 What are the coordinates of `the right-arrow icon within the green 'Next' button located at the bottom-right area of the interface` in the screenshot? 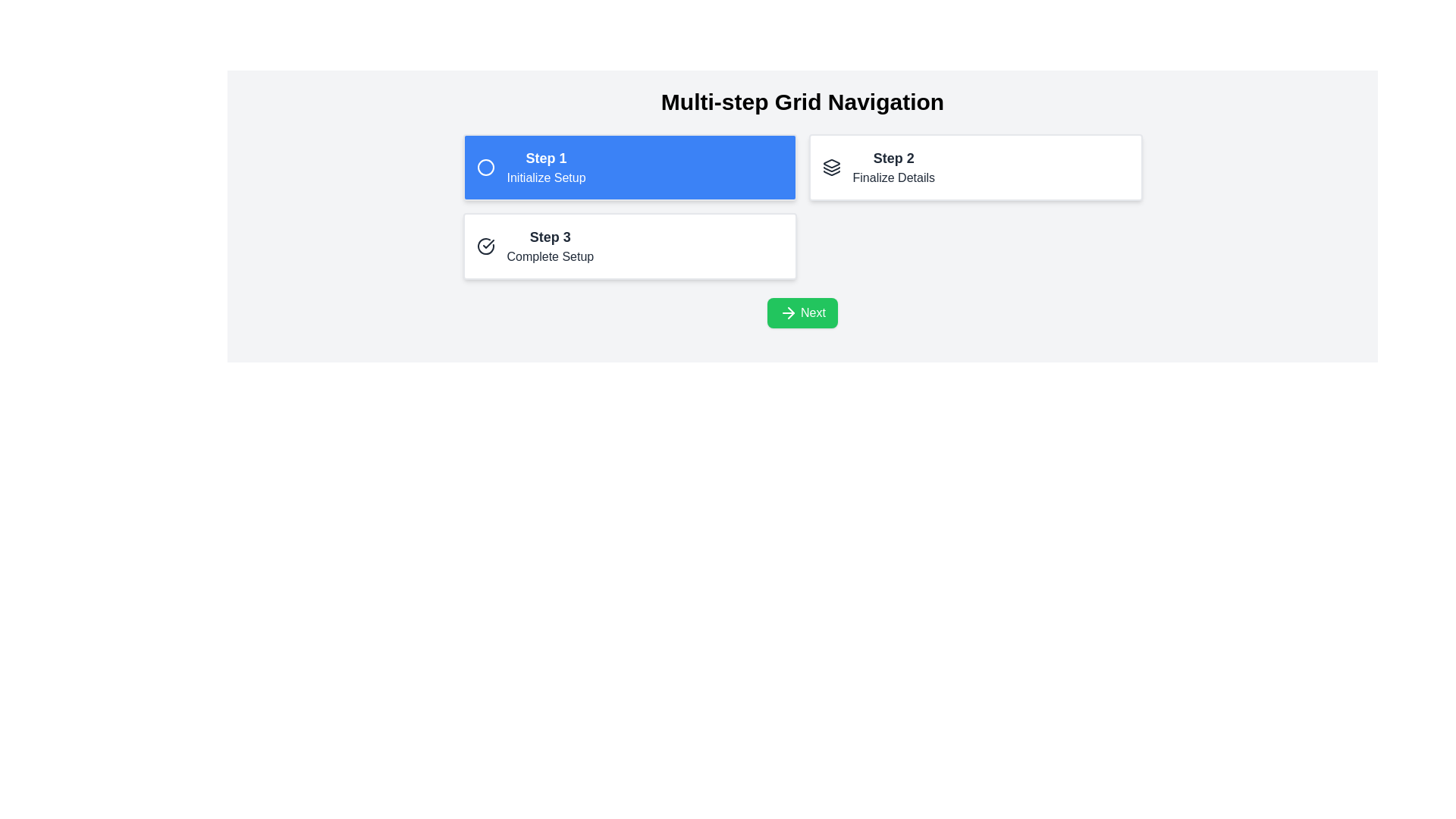 It's located at (789, 312).